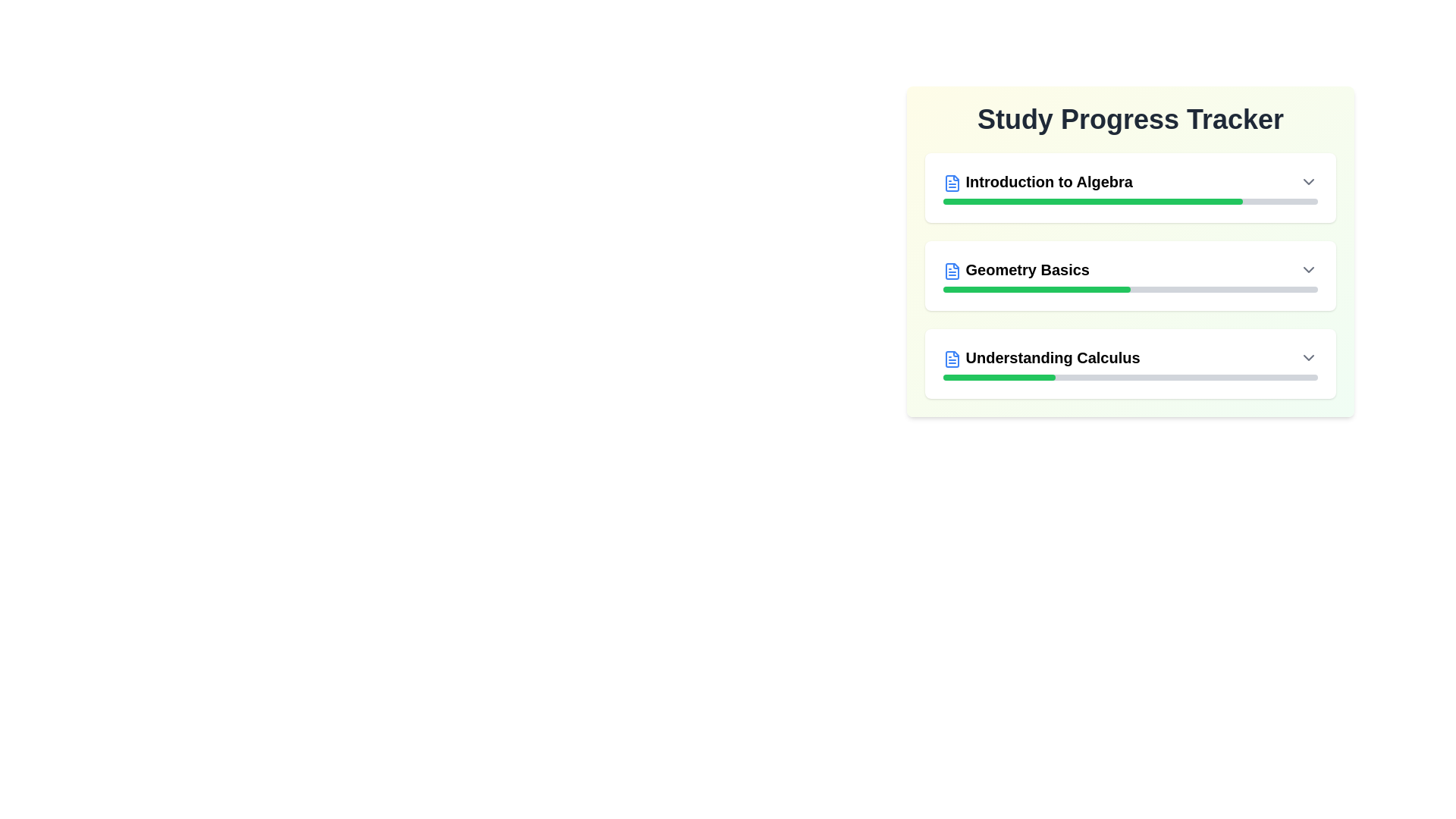  What do you see at coordinates (1308, 268) in the screenshot?
I see `the interactive chevron icon next to the 'Geometry Basics' text` at bounding box center [1308, 268].